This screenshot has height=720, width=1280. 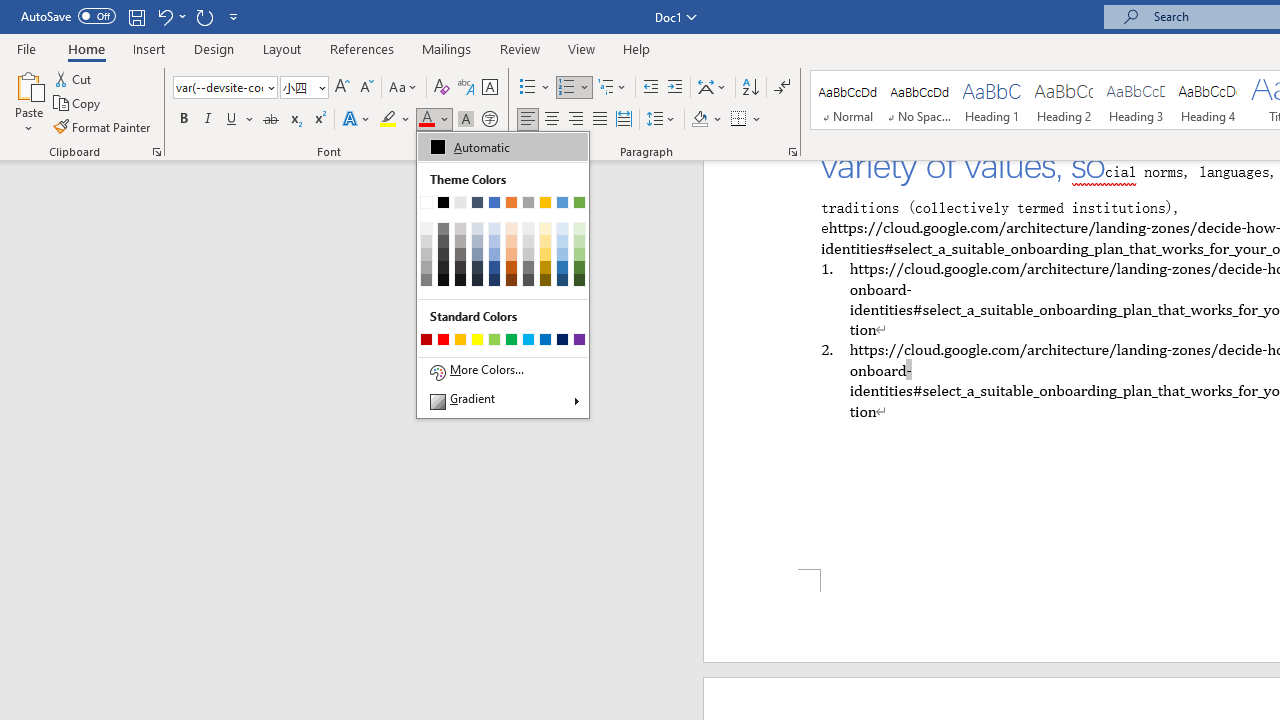 I want to click on 'Undo Paragraph Alignment', so click(x=164, y=16).